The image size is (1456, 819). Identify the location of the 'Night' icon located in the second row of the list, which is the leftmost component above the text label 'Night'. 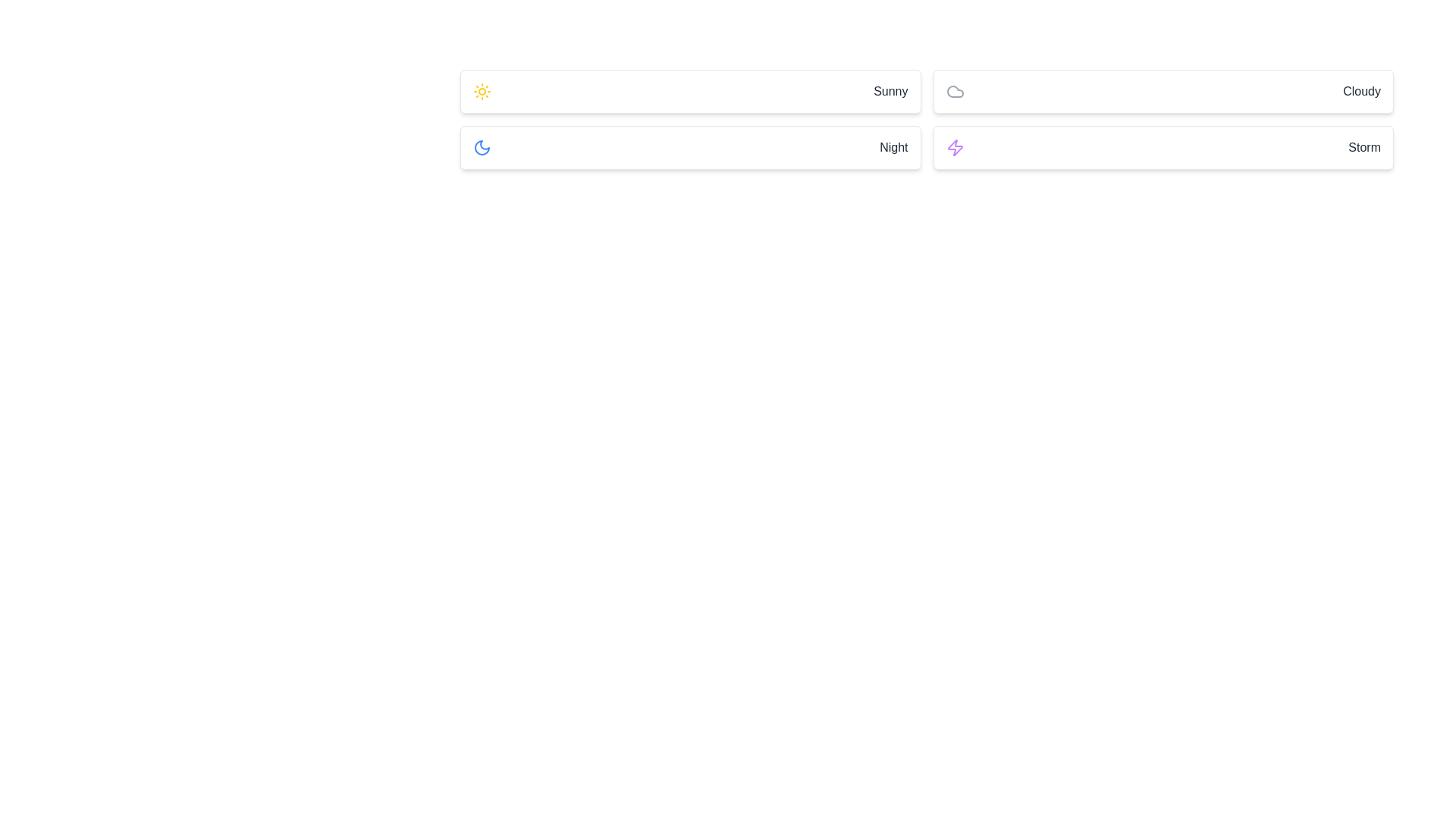
(481, 148).